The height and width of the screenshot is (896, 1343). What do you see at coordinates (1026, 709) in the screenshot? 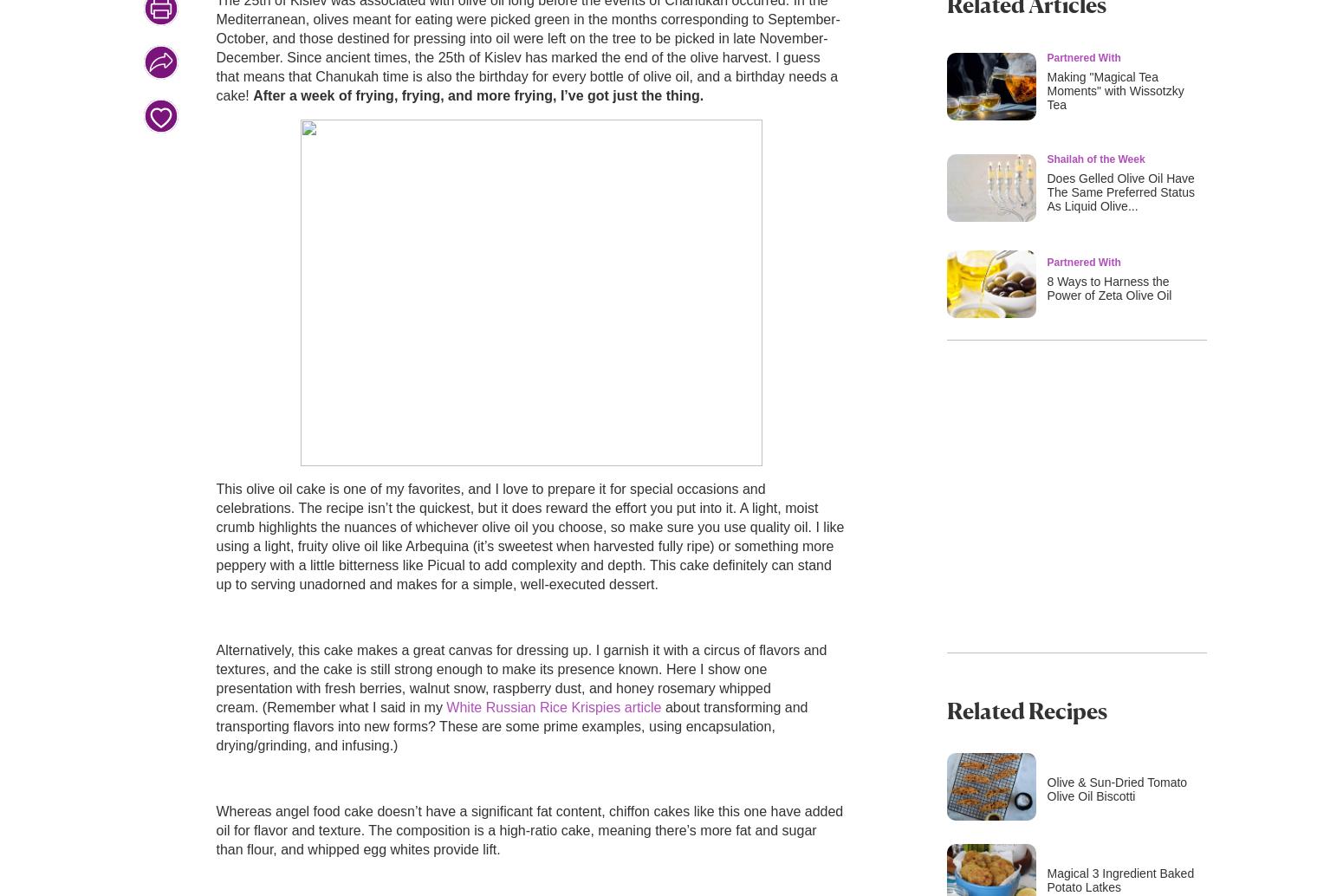
I see `'Related Recipes'` at bounding box center [1026, 709].